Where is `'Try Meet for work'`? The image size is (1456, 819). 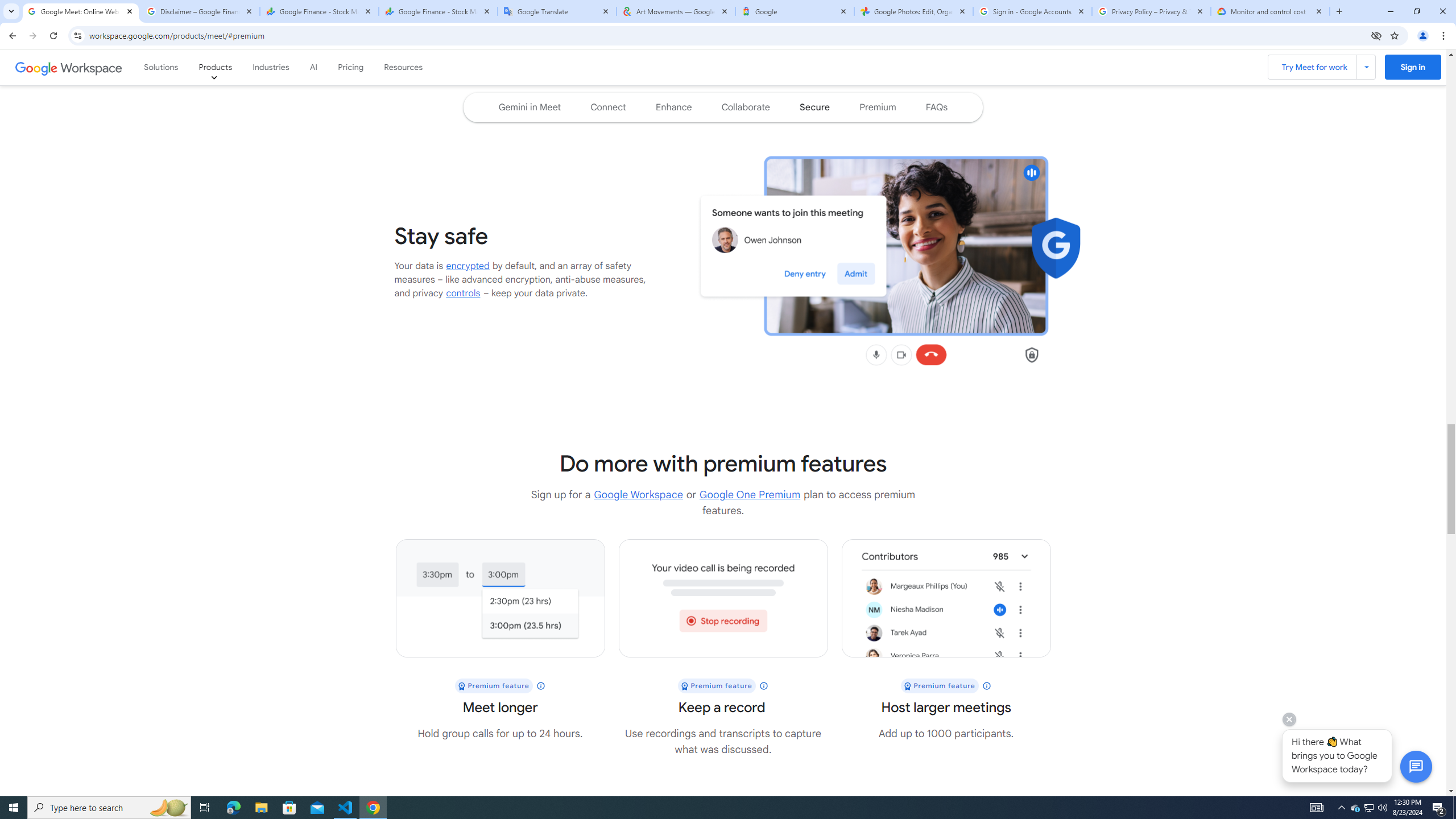
'Try Meet for work' is located at coordinates (1321, 67).